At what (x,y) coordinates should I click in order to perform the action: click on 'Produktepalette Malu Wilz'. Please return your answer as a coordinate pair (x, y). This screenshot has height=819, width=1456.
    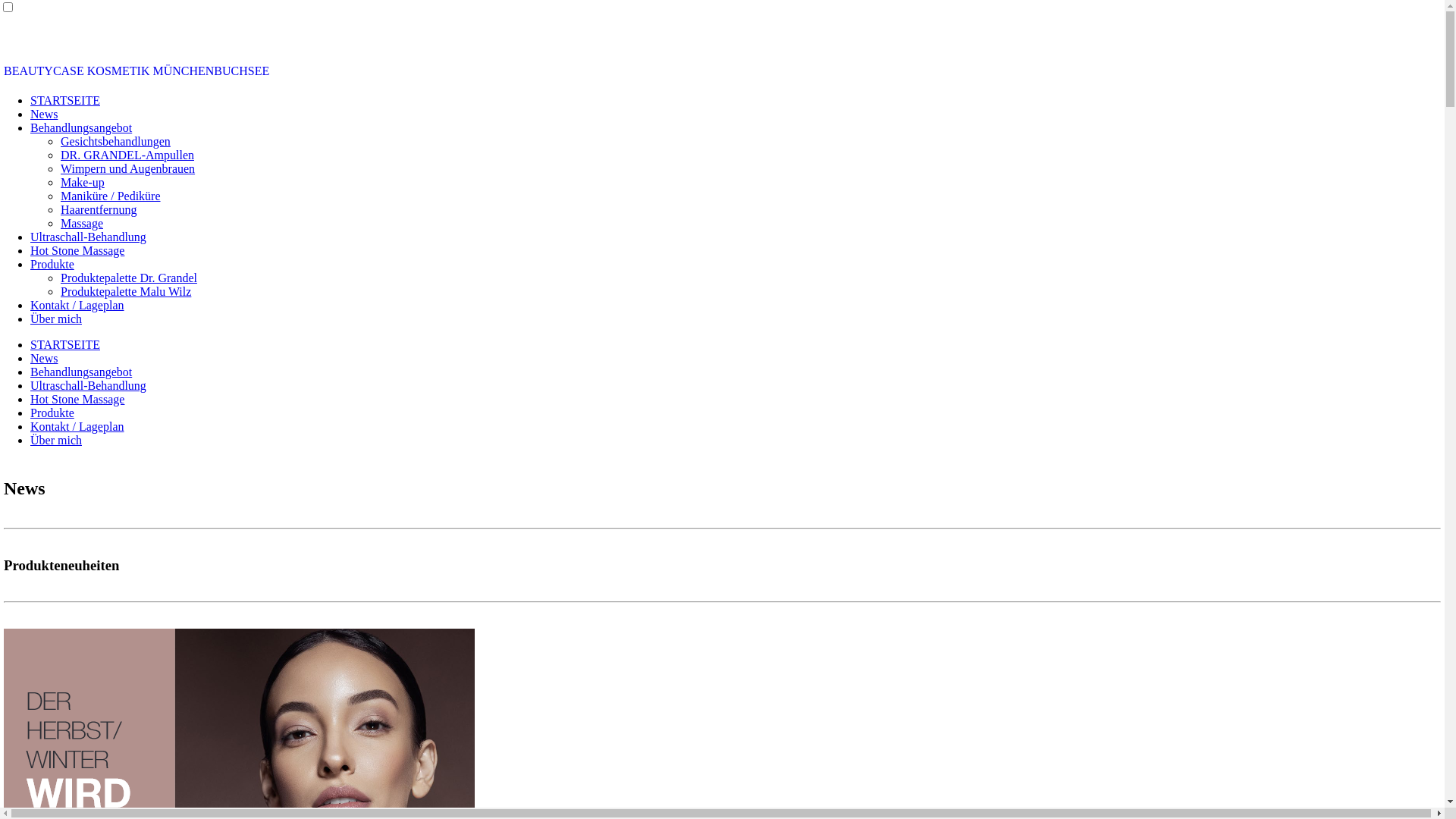
    Looking at the image, I should click on (126, 291).